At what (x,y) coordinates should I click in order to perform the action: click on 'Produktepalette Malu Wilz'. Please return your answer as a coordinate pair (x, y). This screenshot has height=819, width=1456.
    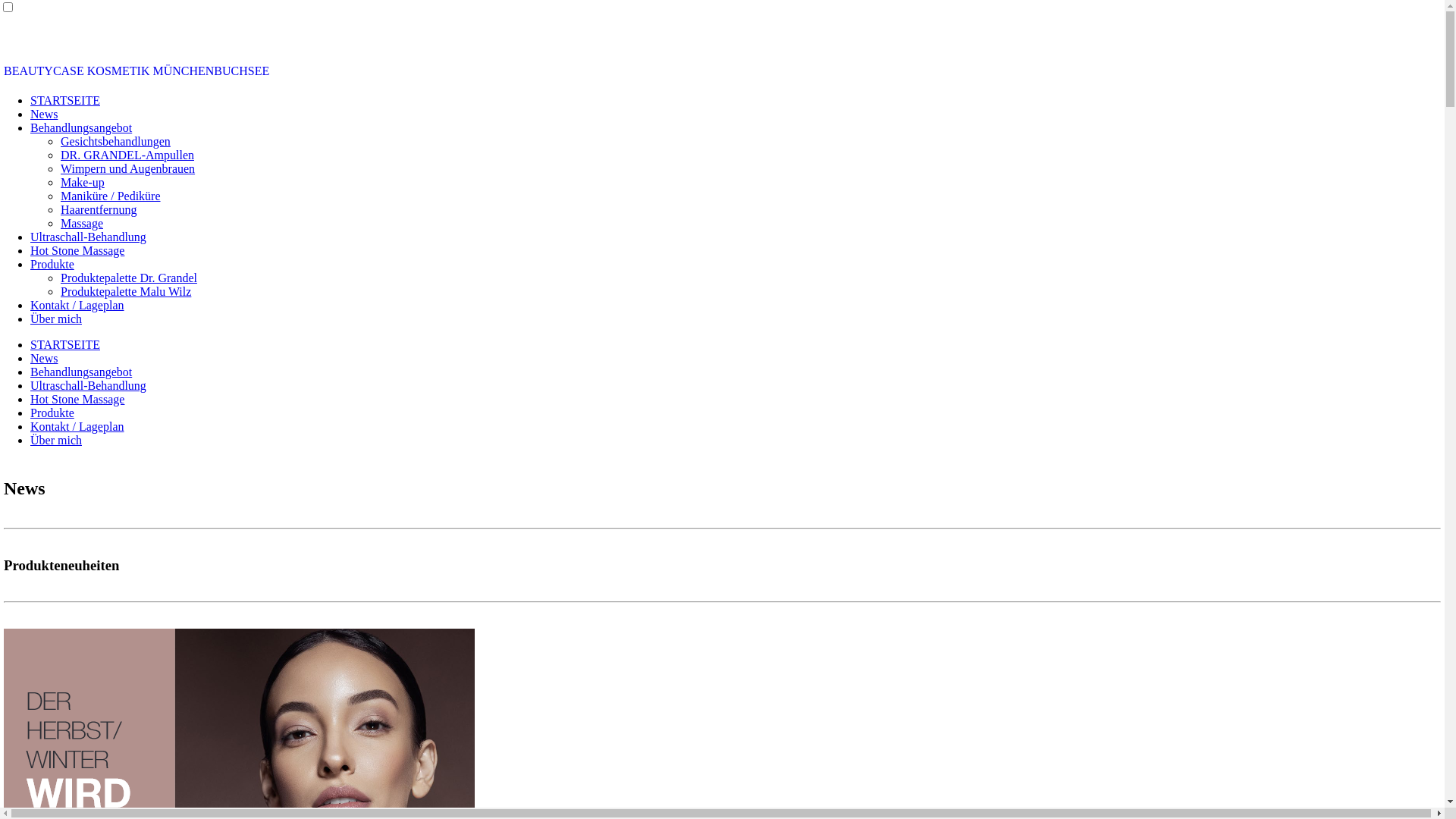
    Looking at the image, I should click on (126, 291).